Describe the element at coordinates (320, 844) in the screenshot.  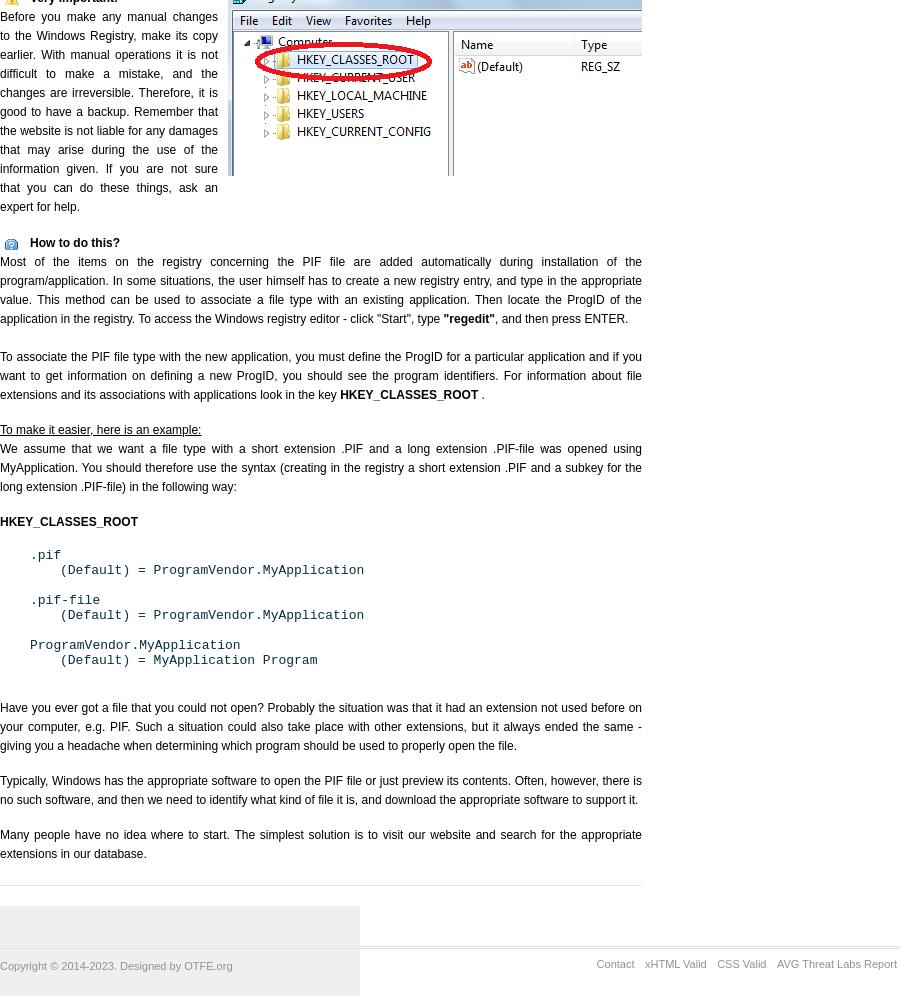
I see `'Many people have no idea where to start. The simplest solution is to visit our website and search for the appropriate extensions in our database.'` at that location.